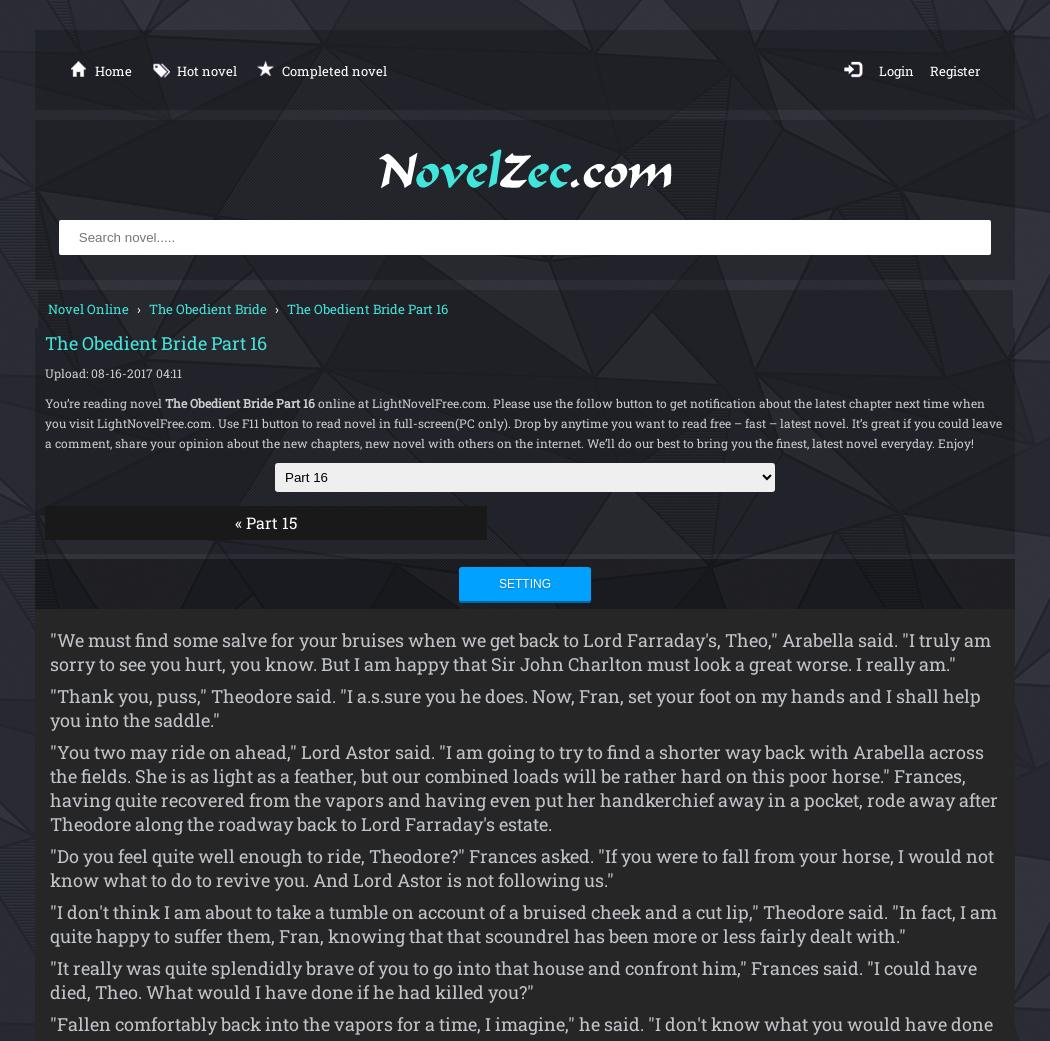 Image resolution: width=1050 pixels, height=1041 pixels. Describe the element at coordinates (44, 402) in the screenshot. I see `'You’re reading novel'` at that location.